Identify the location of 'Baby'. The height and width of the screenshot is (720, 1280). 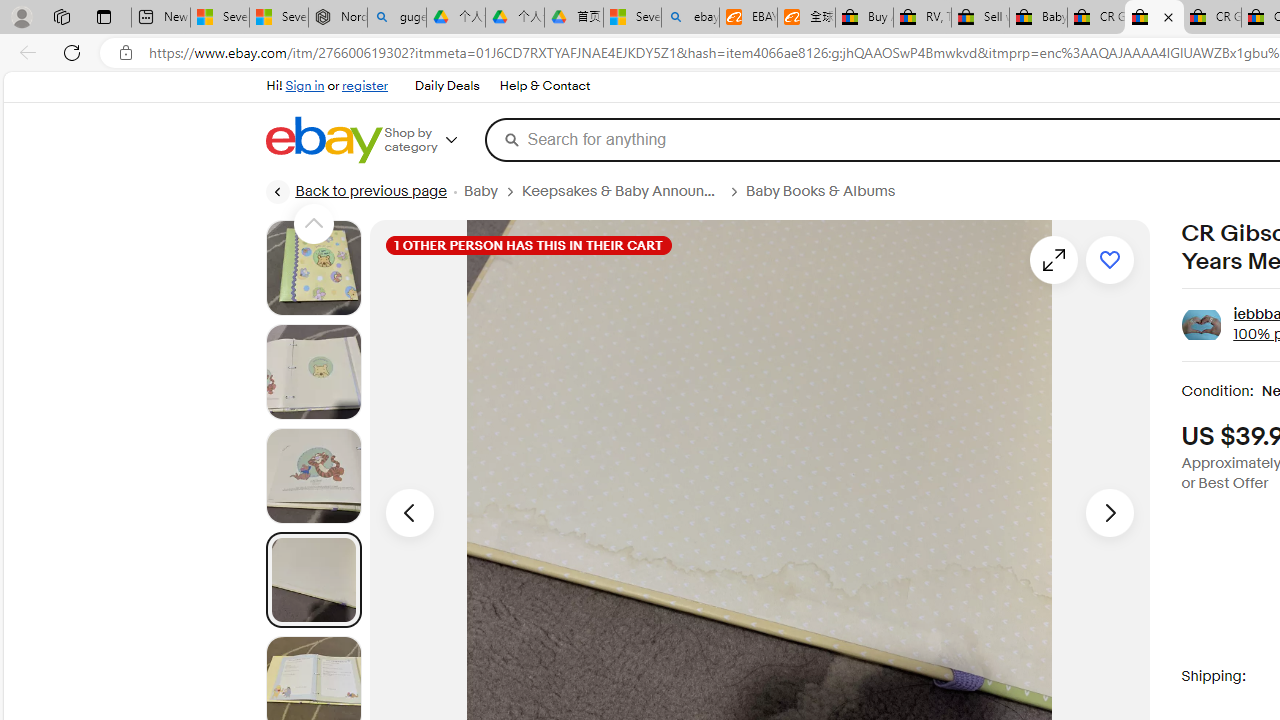
(480, 191).